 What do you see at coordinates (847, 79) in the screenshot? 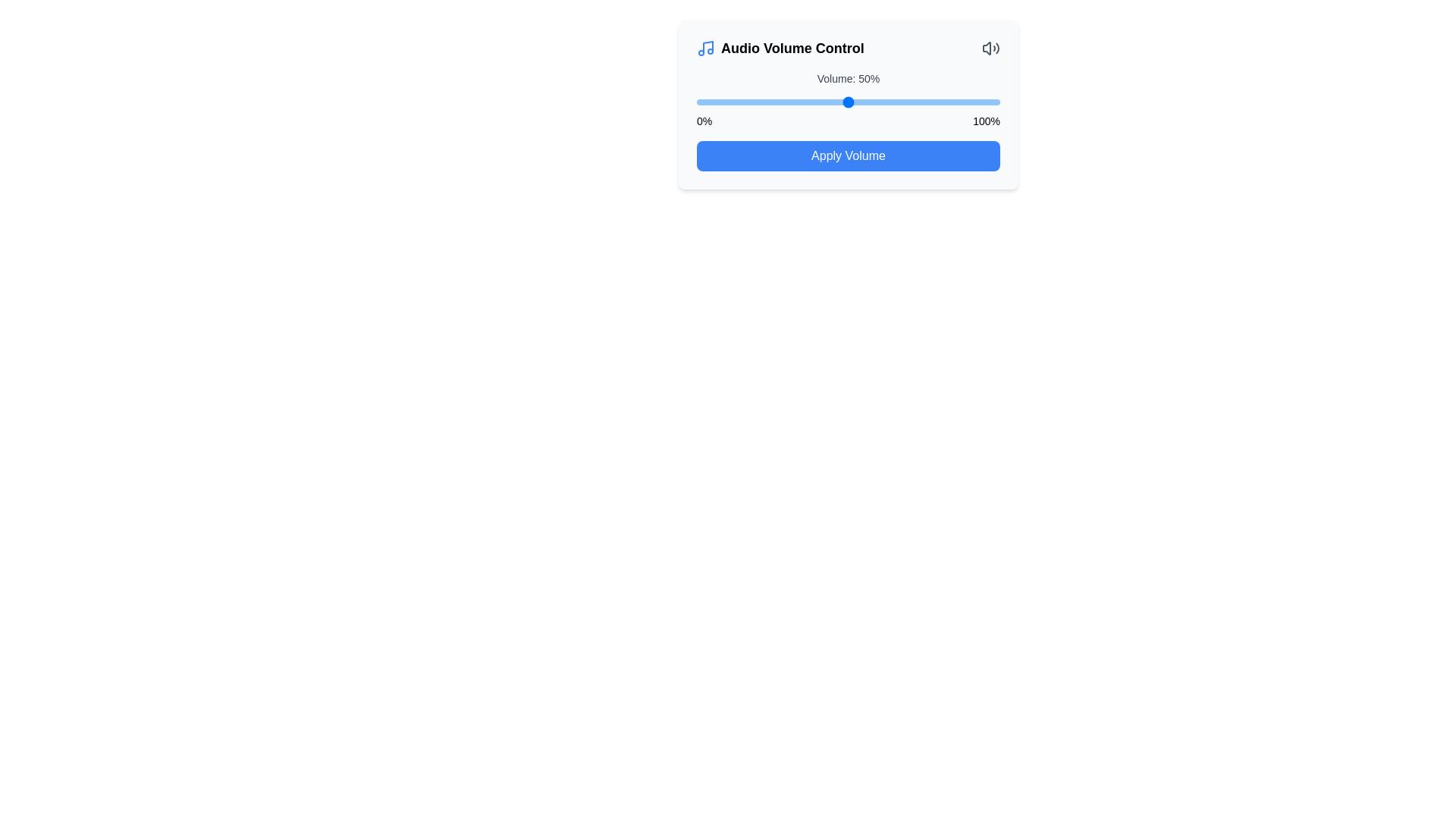
I see `the label displaying 'Volume: 50%' which is a medium-gray colored text positioned above the volume slider` at bounding box center [847, 79].